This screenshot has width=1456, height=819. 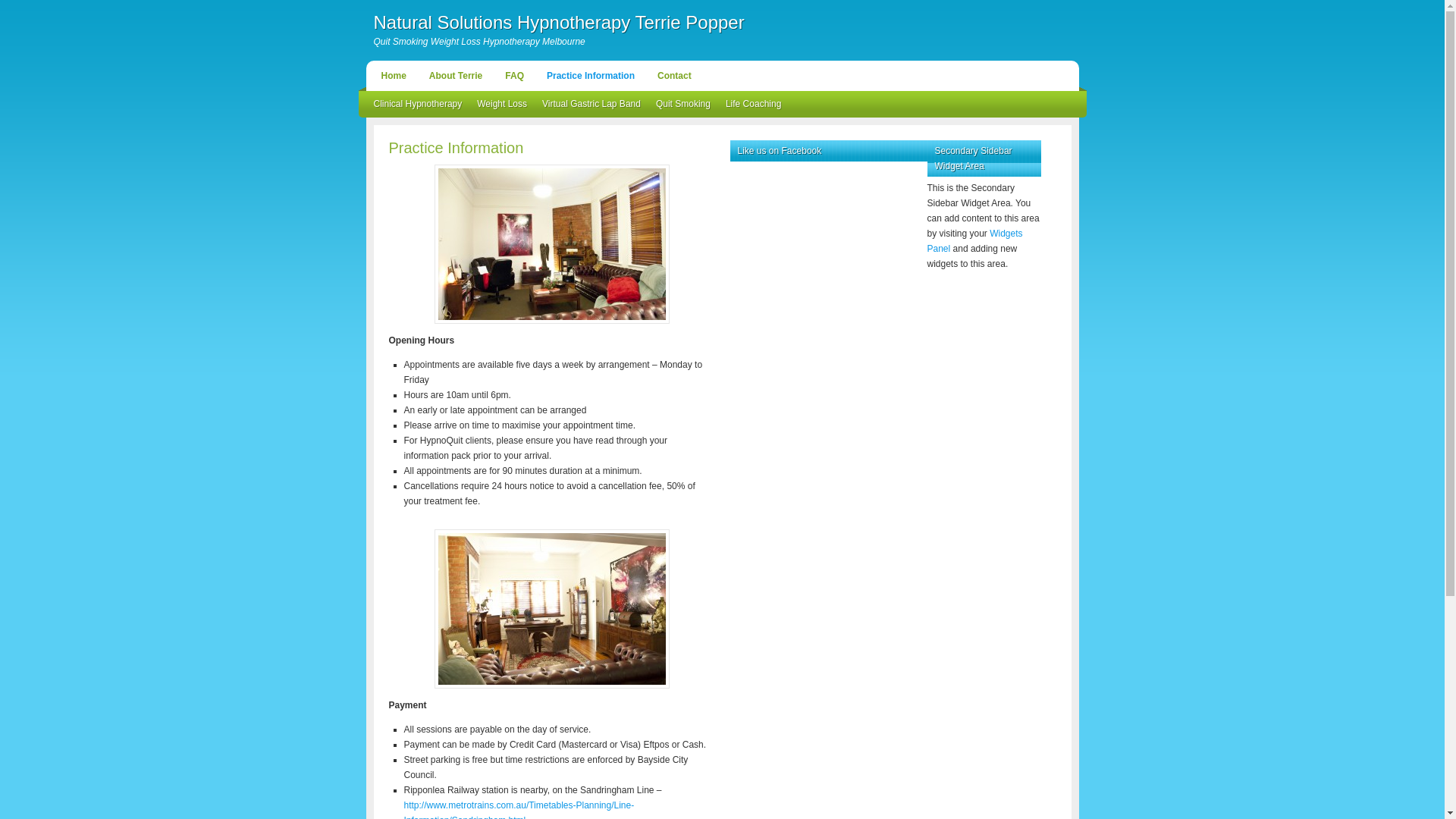 What do you see at coordinates (589, 76) in the screenshot?
I see `'Practice Information'` at bounding box center [589, 76].